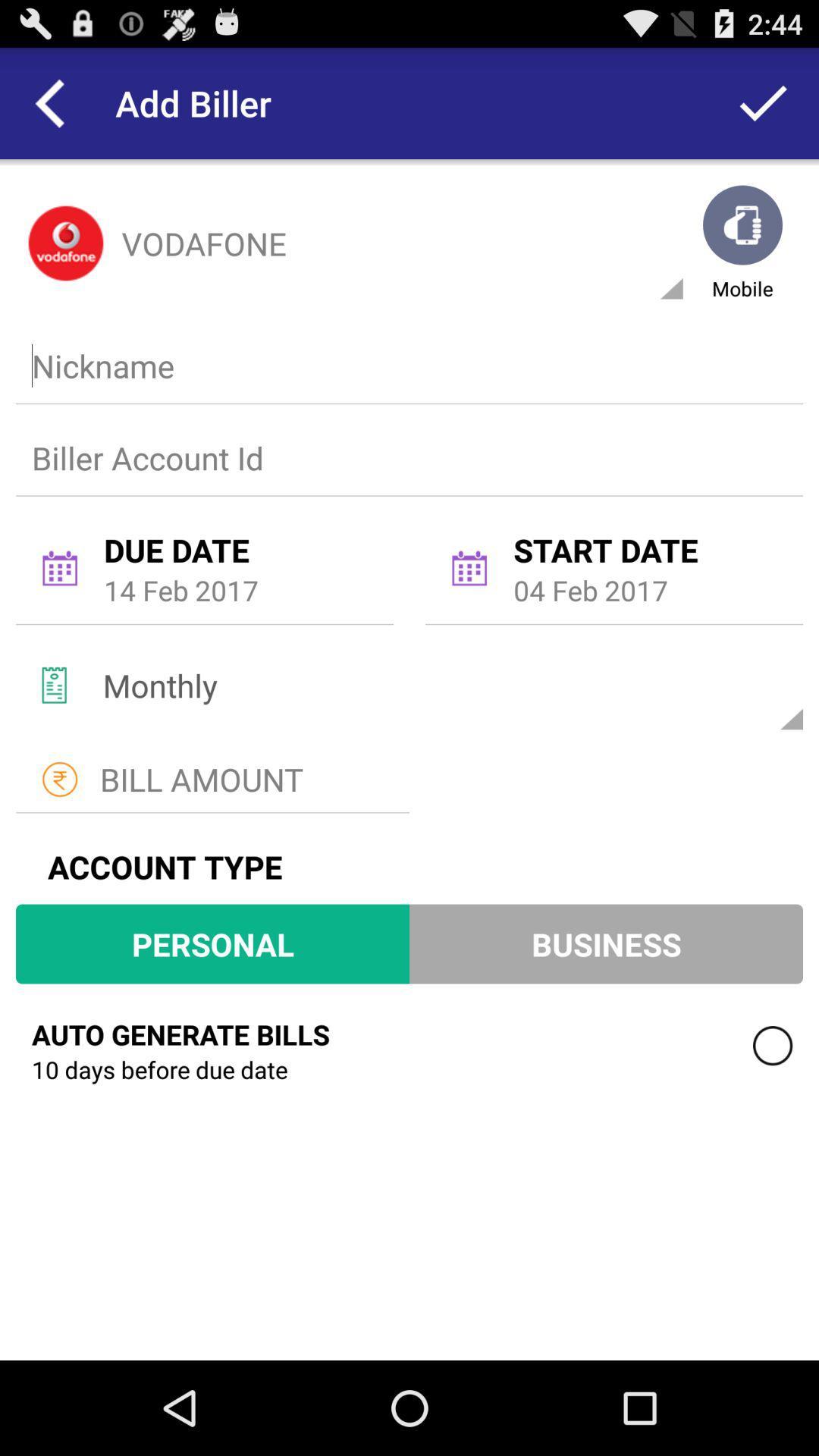  What do you see at coordinates (605, 943) in the screenshot?
I see `the button which is next to the personal` at bounding box center [605, 943].